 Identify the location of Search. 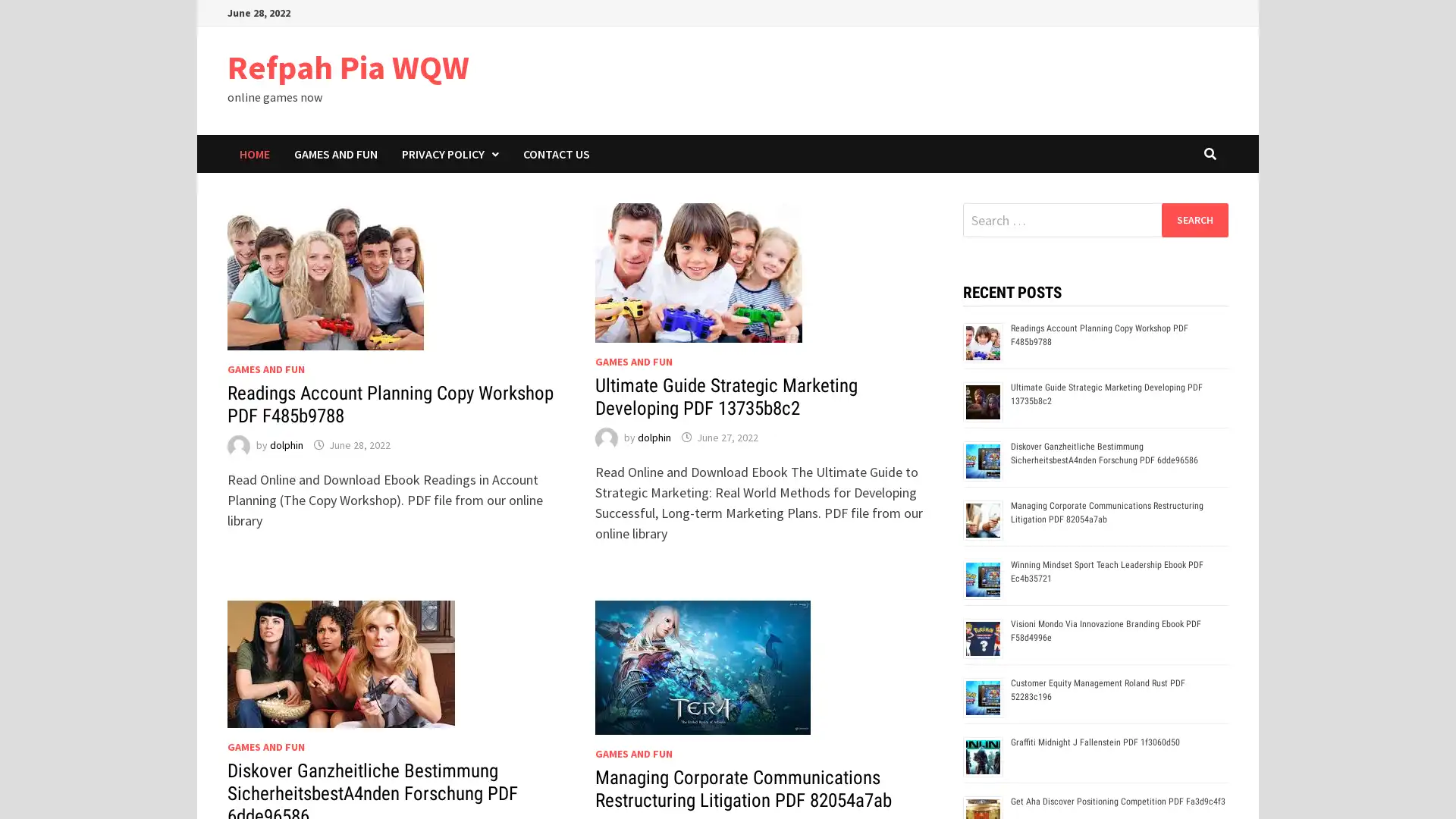
(1194, 219).